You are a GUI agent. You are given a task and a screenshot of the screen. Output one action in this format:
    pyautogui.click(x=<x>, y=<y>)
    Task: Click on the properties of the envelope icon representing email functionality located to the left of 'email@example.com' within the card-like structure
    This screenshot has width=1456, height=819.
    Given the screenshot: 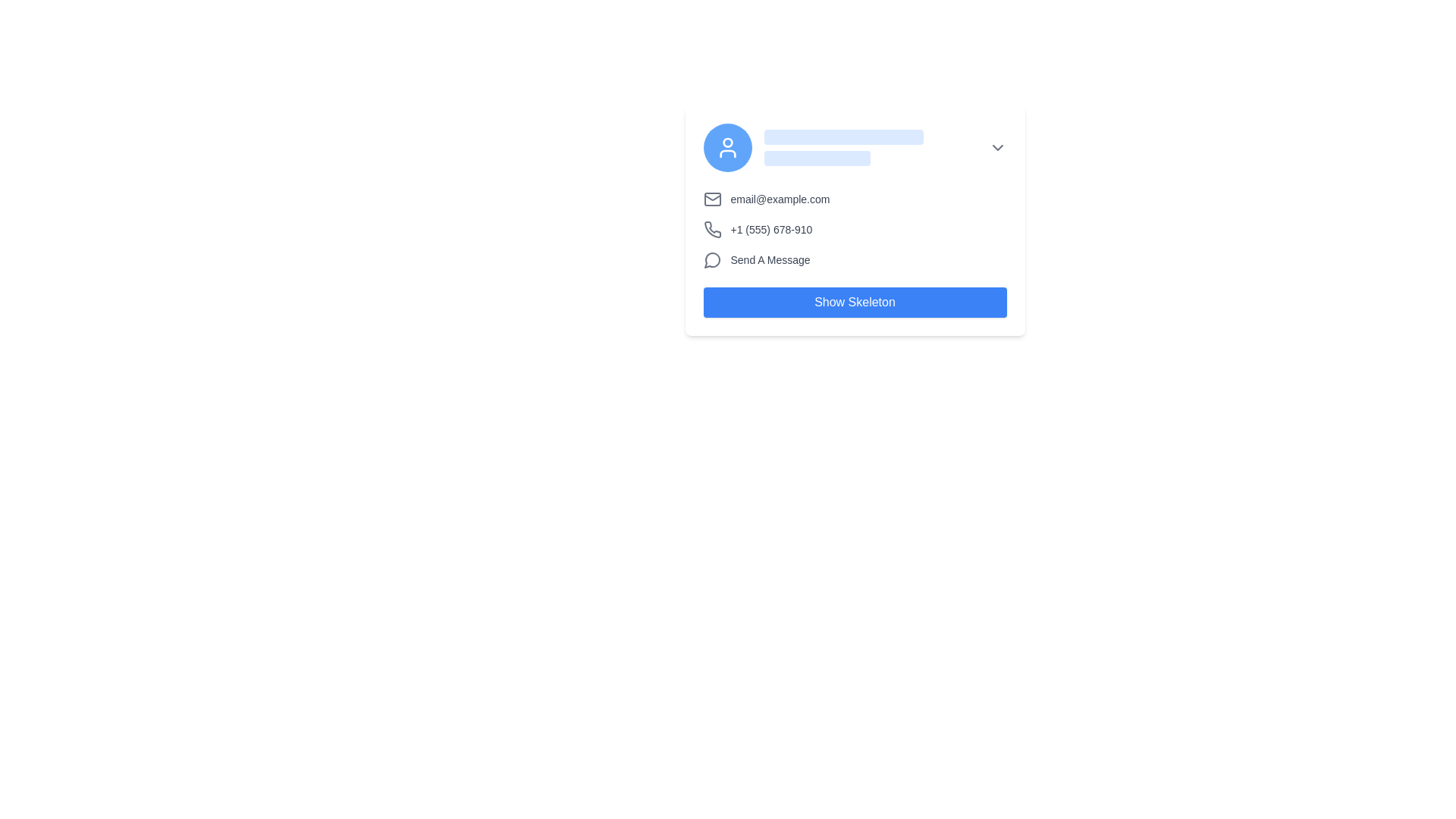 What is the action you would take?
    pyautogui.click(x=711, y=198)
    